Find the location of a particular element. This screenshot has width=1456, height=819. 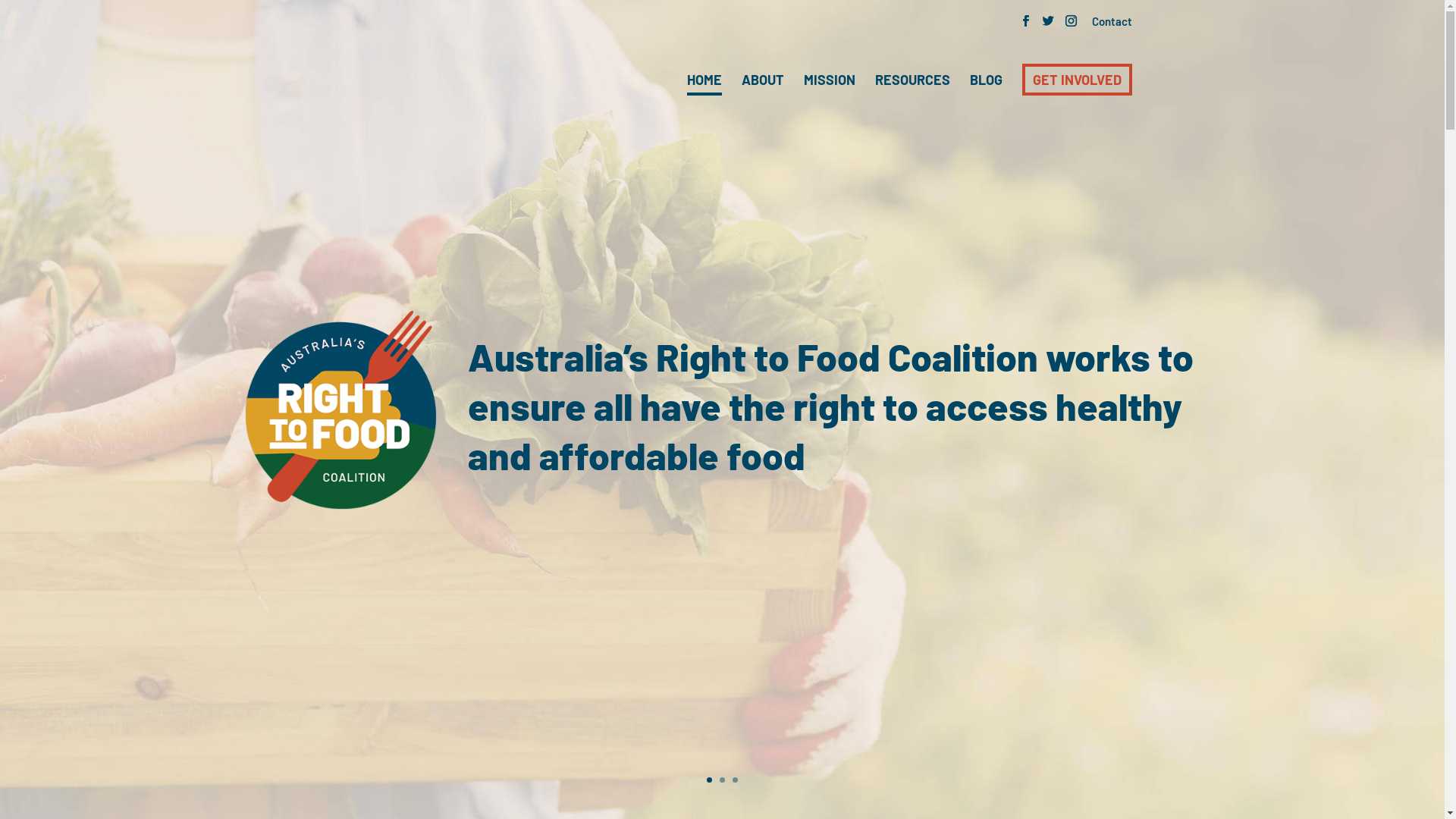

'2' is located at coordinates (721, 780).